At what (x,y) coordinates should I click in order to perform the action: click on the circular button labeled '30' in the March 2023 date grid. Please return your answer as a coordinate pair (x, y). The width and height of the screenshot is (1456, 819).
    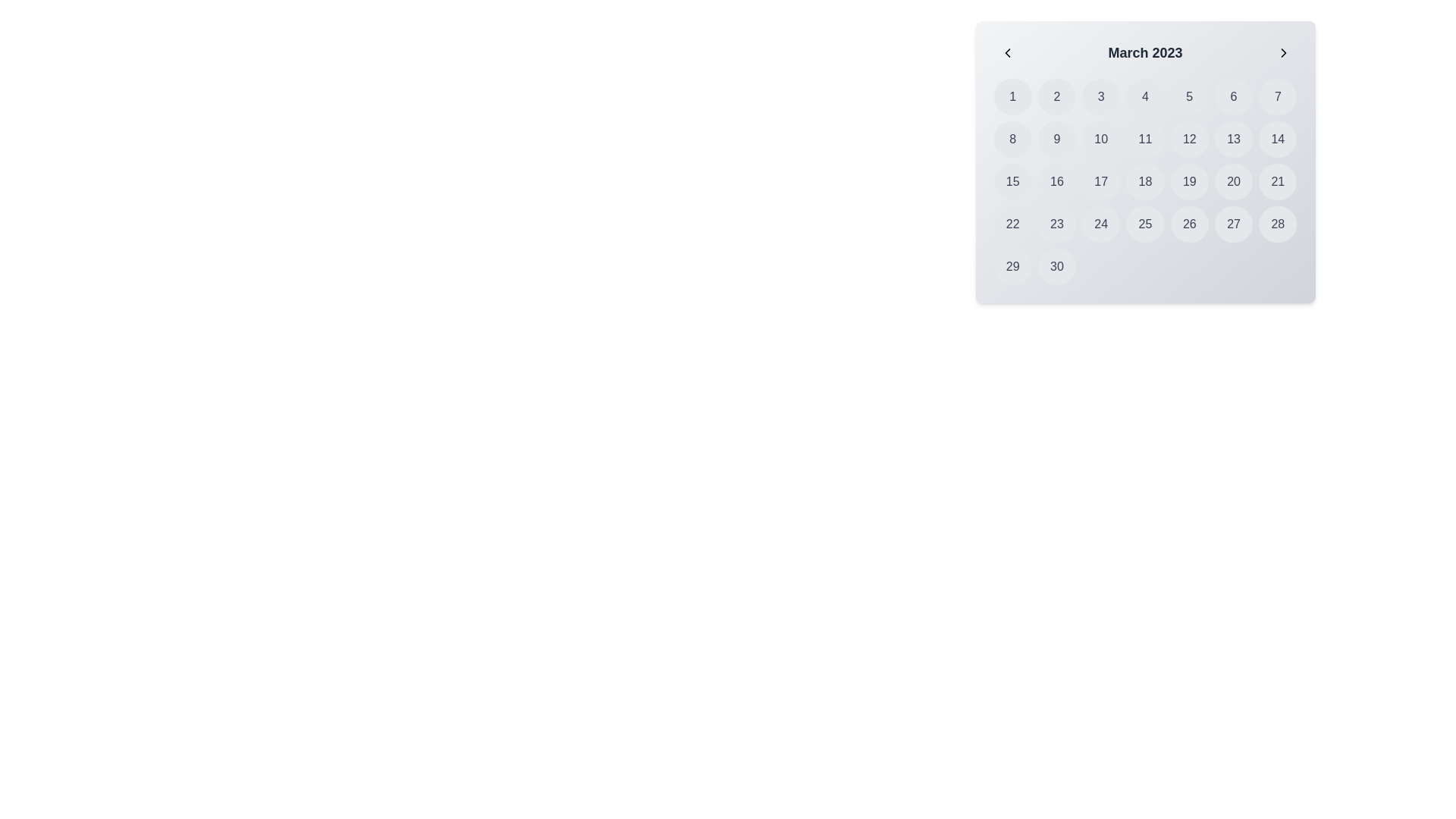
    Looking at the image, I should click on (1056, 265).